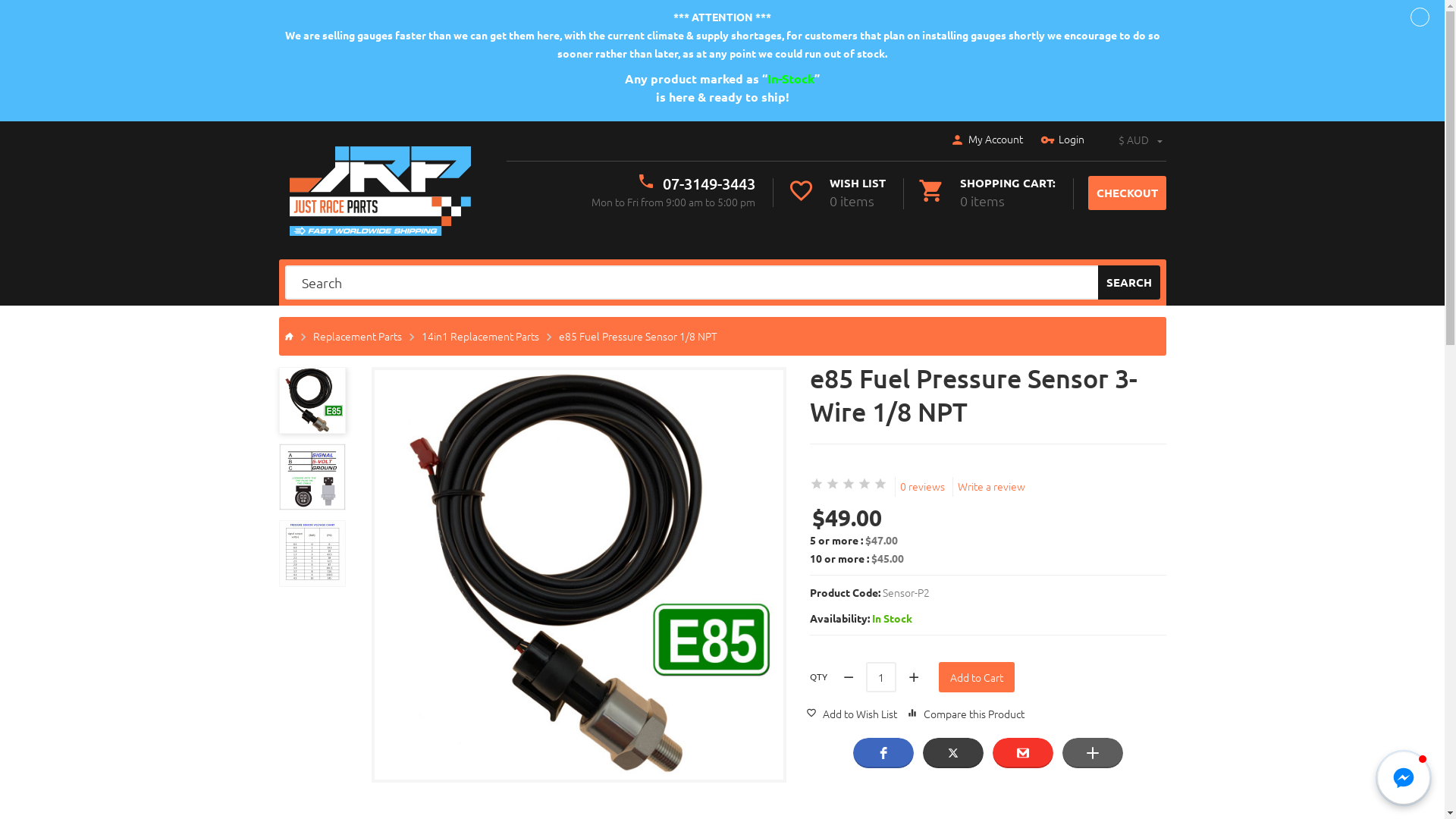 The width and height of the screenshot is (1456, 819). What do you see at coordinates (986, 140) in the screenshot?
I see `'My Account'` at bounding box center [986, 140].